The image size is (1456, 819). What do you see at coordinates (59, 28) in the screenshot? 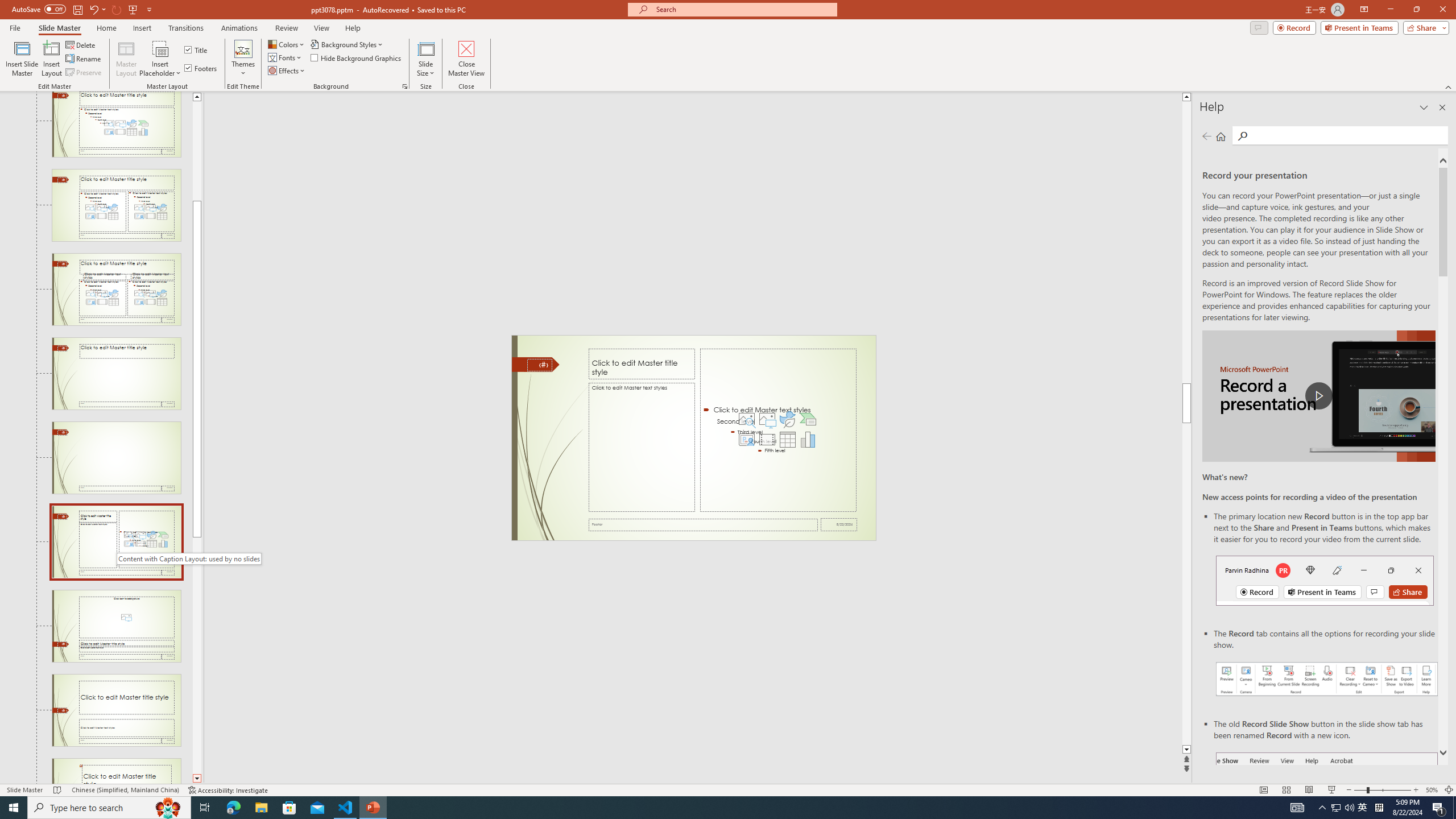
I see `'Slide Master'` at bounding box center [59, 28].